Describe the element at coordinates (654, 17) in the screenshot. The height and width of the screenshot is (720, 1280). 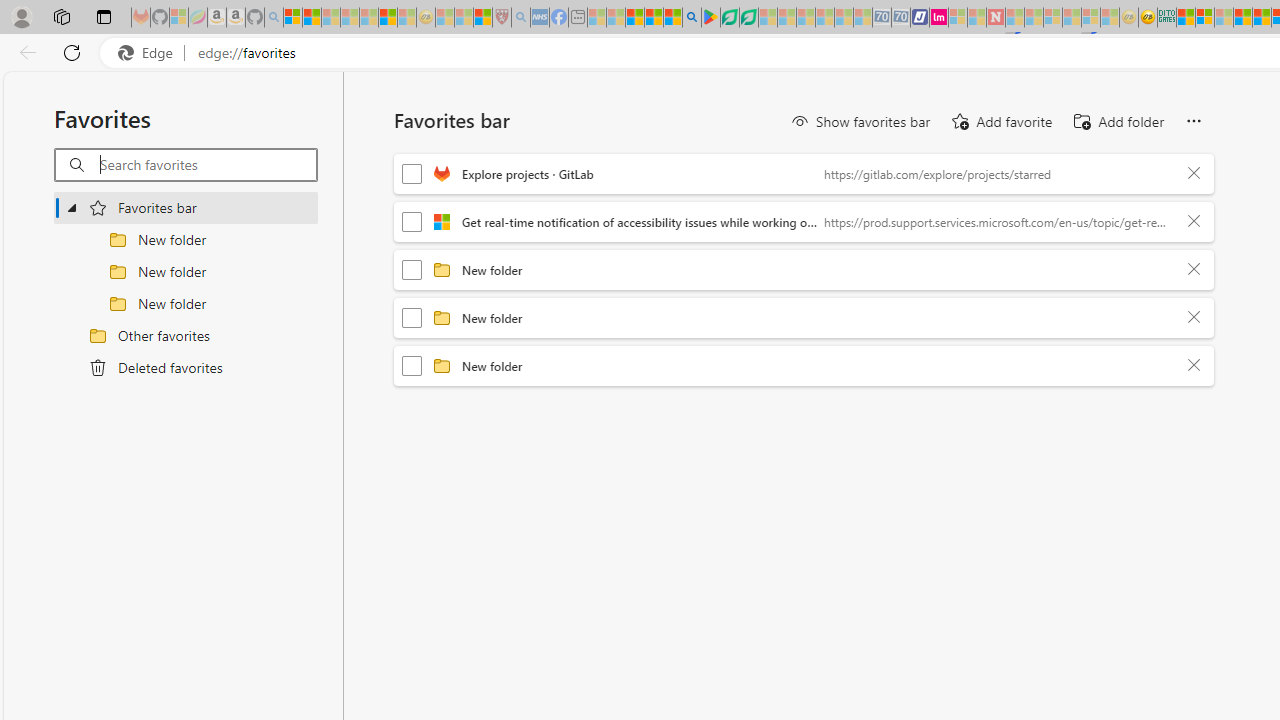
I see `'Pets - MSN'` at that location.